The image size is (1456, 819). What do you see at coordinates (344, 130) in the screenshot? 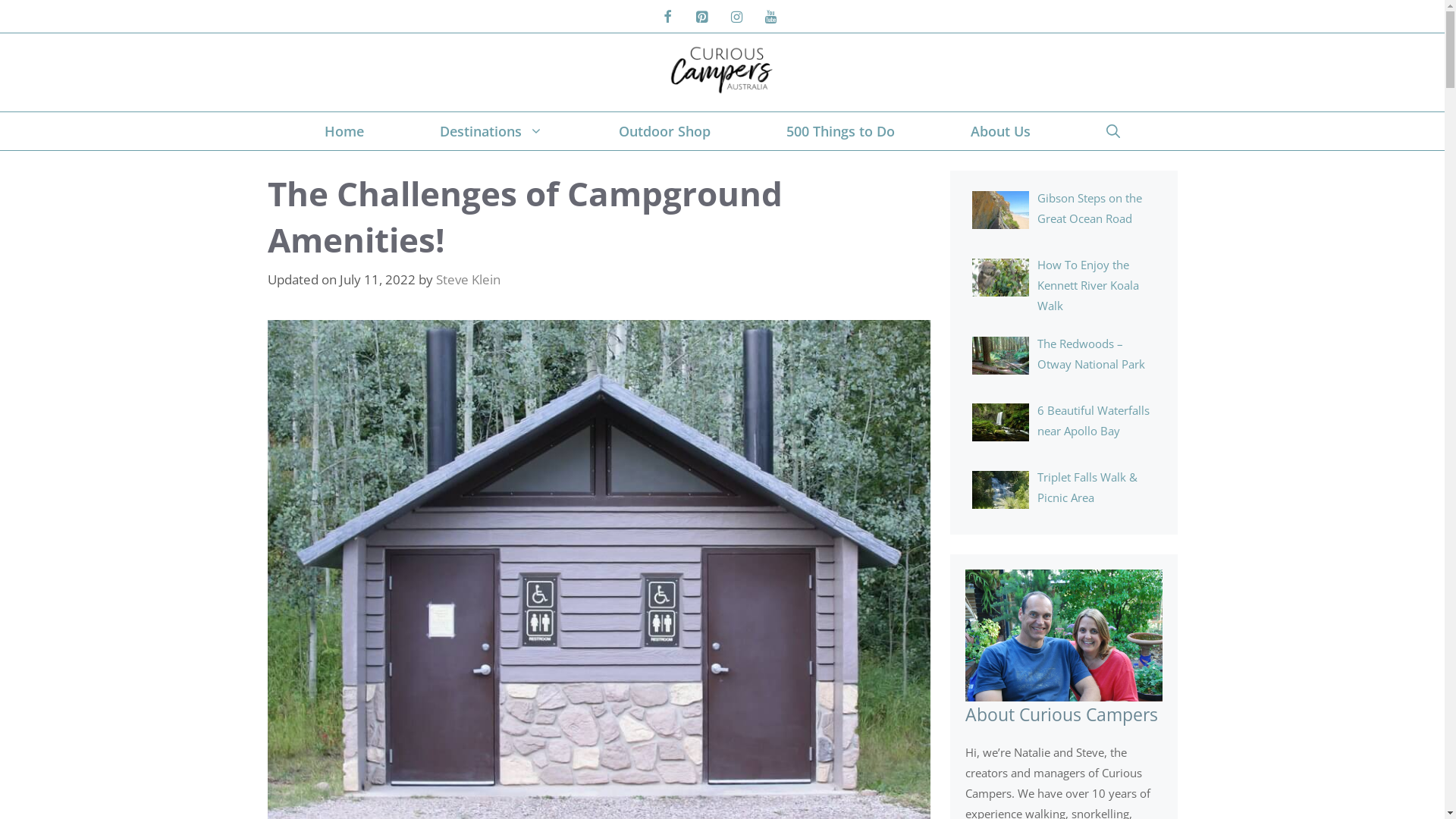
I see `'Home'` at bounding box center [344, 130].